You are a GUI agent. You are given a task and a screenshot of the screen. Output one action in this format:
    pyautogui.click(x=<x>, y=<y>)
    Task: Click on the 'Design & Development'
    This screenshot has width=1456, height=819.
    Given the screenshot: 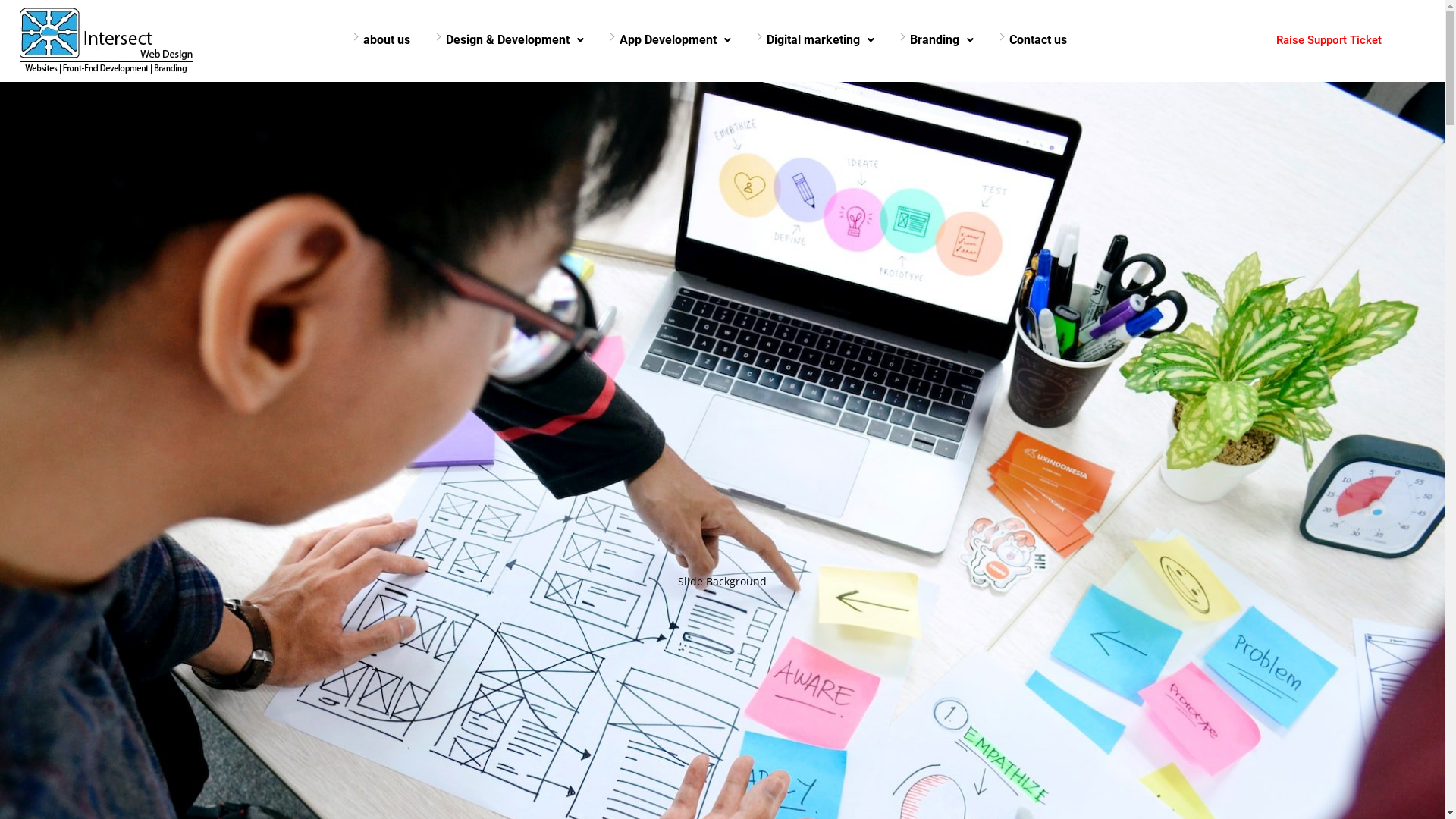 What is the action you would take?
    pyautogui.click(x=514, y=39)
    